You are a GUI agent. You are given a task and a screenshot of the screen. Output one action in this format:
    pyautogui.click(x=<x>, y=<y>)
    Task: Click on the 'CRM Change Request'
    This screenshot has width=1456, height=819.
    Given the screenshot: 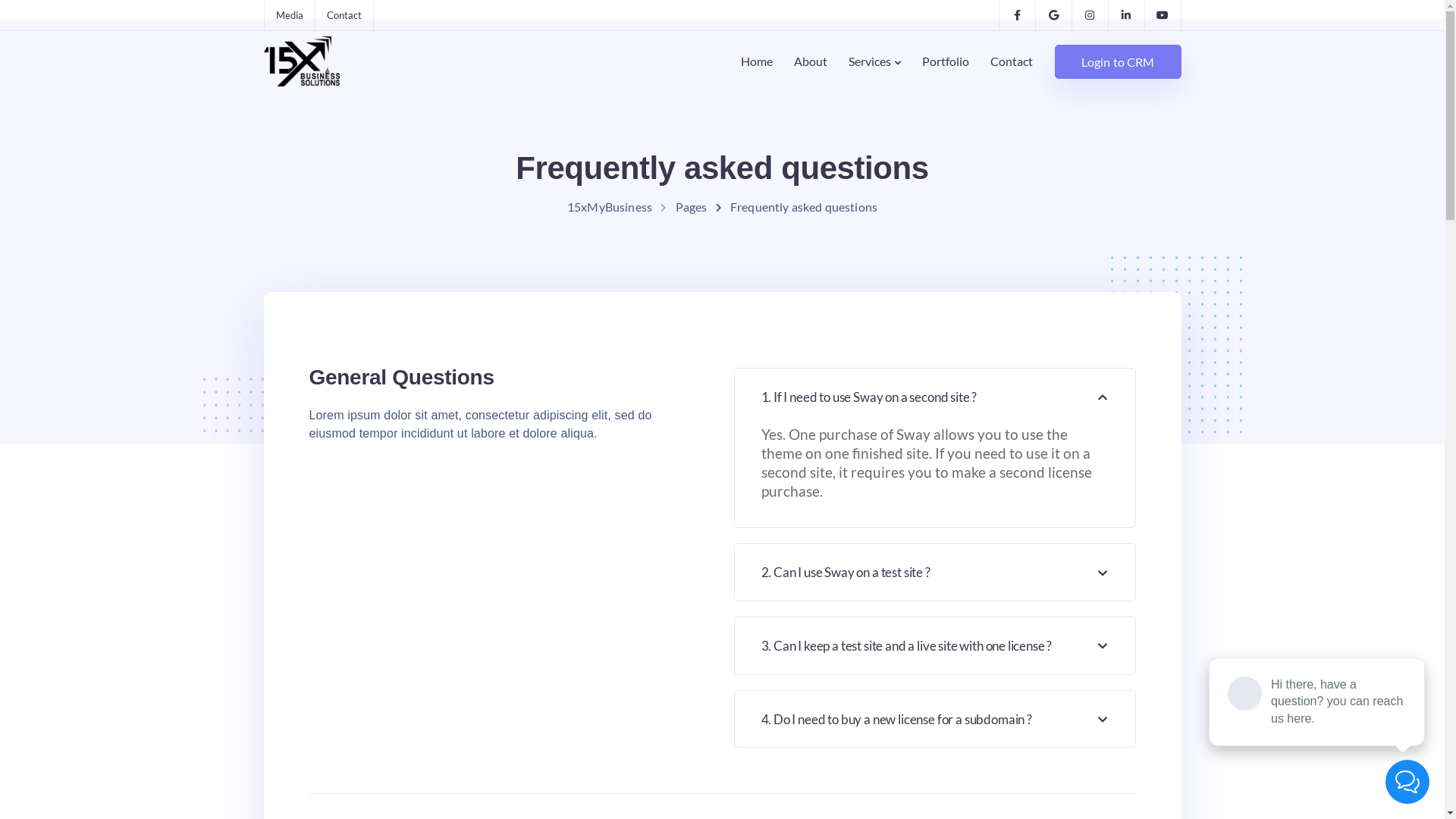 What is the action you would take?
    pyautogui.click(x=853, y=596)
    